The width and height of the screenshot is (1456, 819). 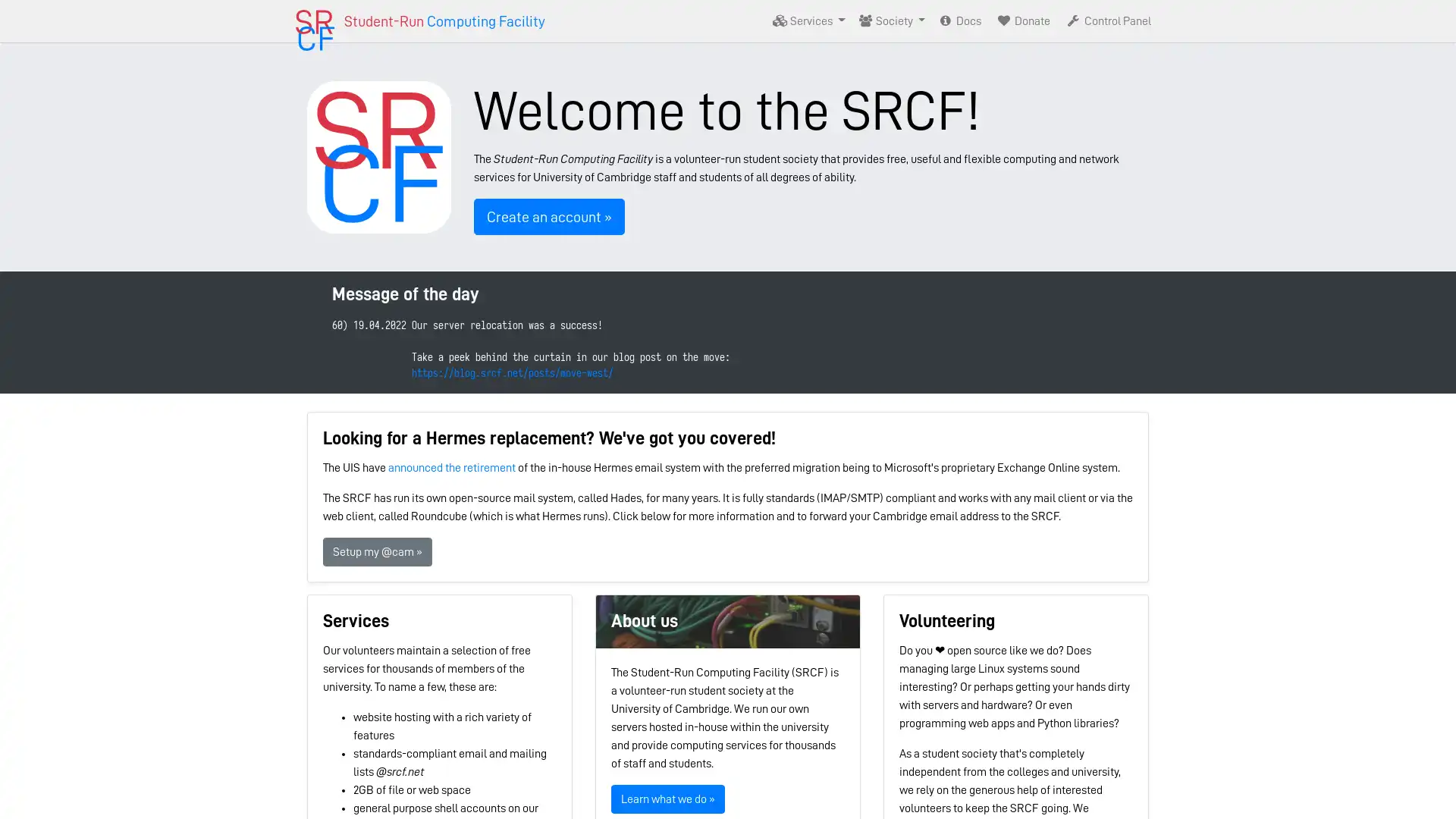 I want to click on Society, so click(x=891, y=20).